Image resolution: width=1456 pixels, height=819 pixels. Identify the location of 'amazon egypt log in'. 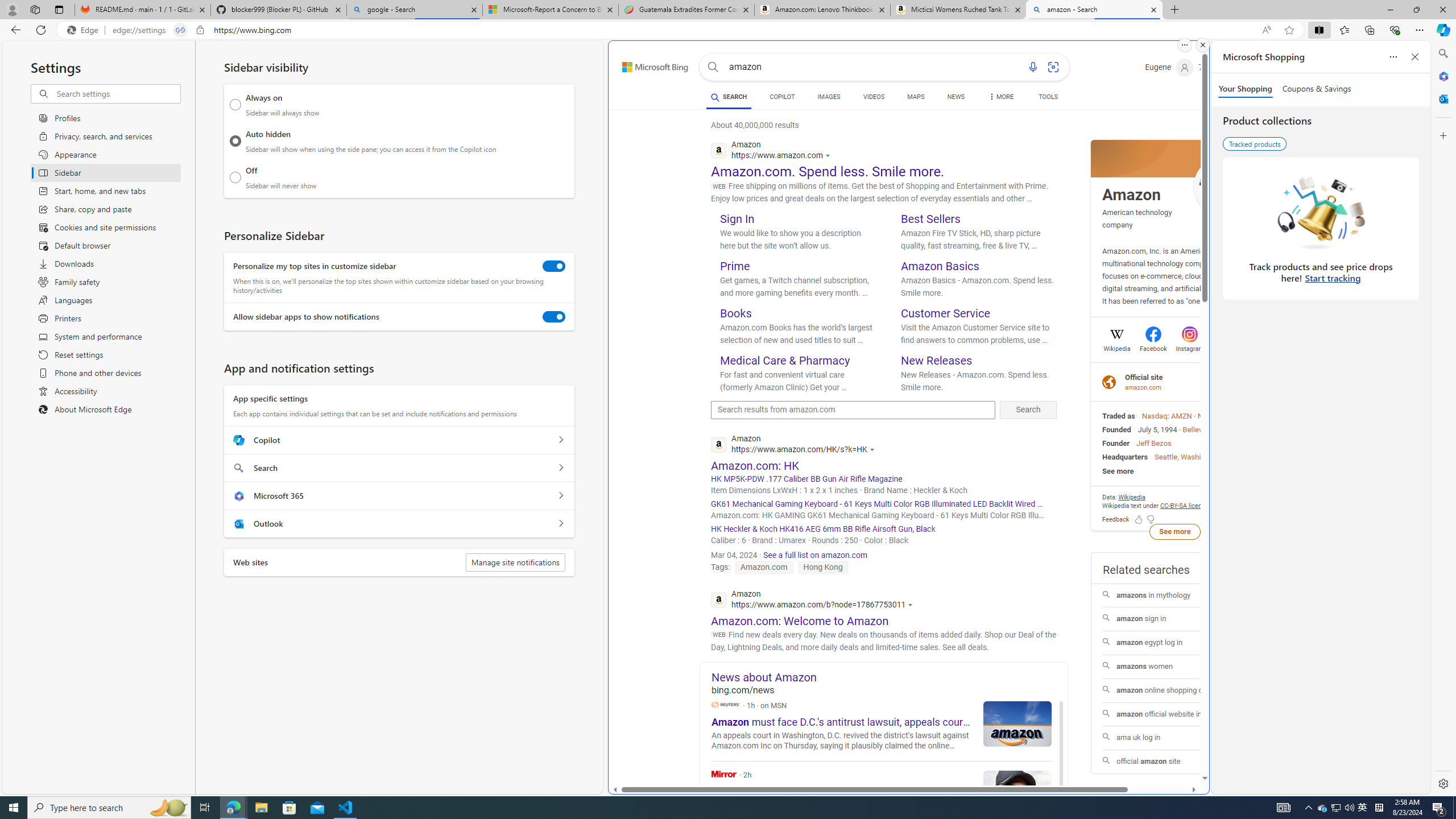
(1174, 643).